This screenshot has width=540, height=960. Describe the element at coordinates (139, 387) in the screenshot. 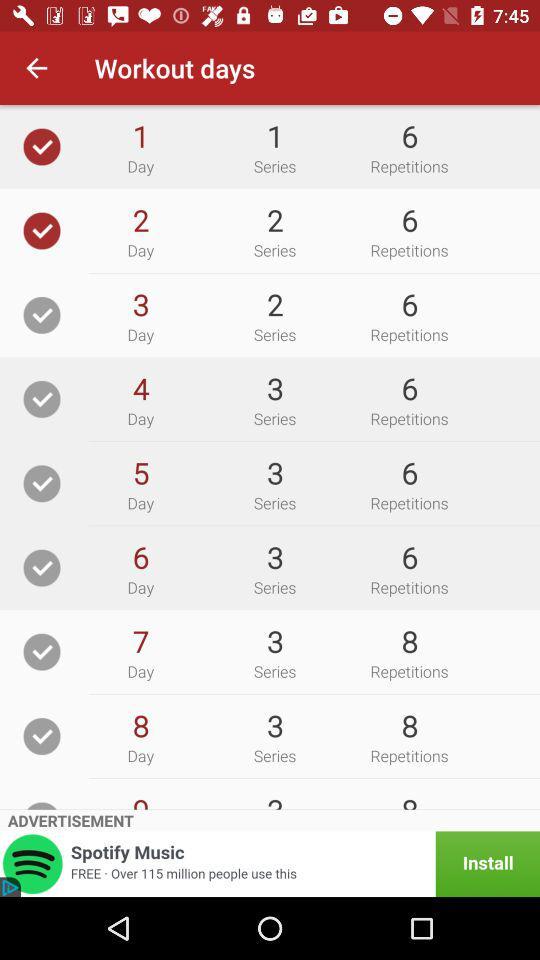

I see `the item to the left of the 3 icon` at that location.